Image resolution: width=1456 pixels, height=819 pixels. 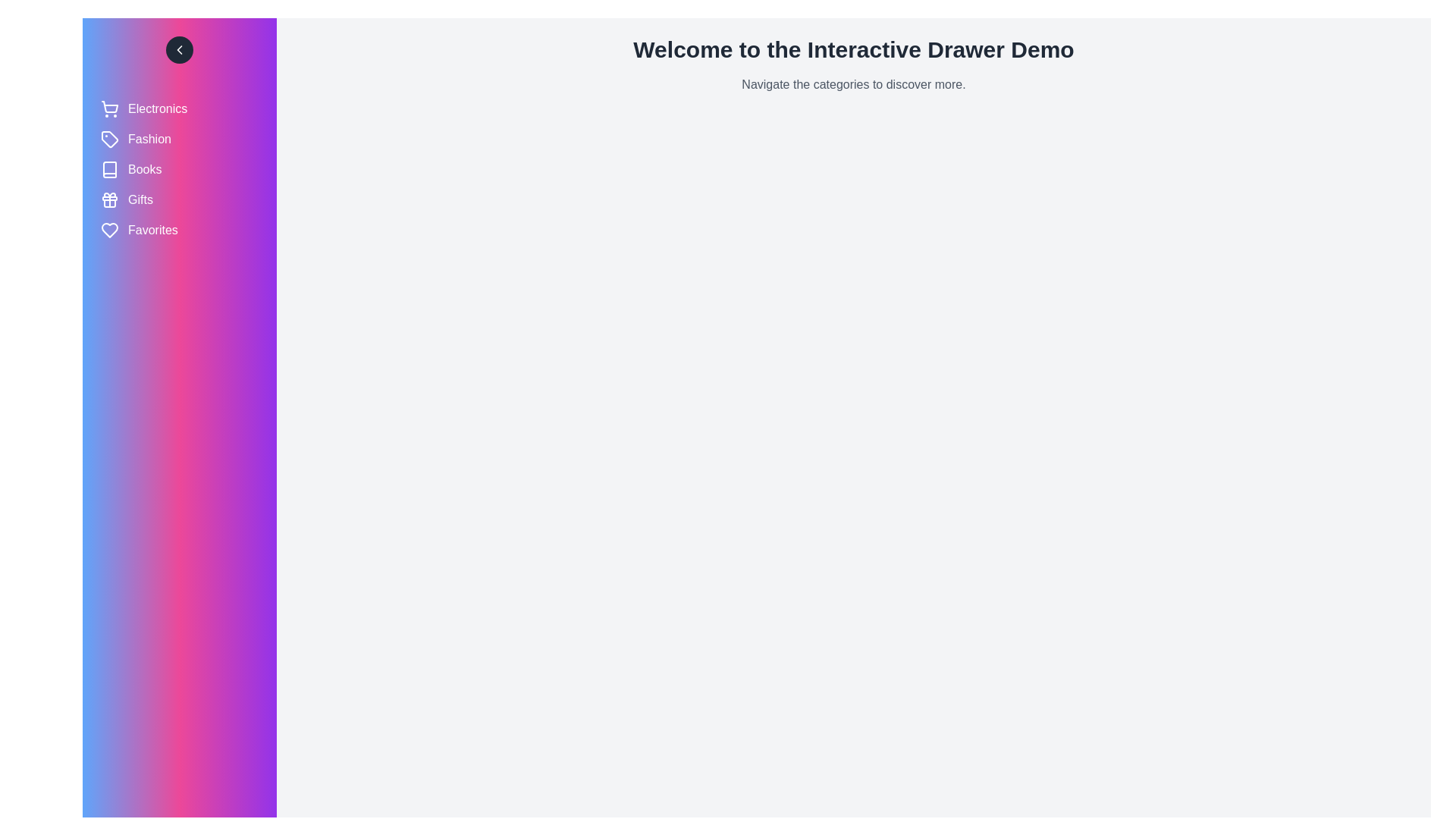 What do you see at coordinates (179, 108) in the screenshot?
I see `the category Electronics to observe its hover effect` at bounding box center [179, 108].